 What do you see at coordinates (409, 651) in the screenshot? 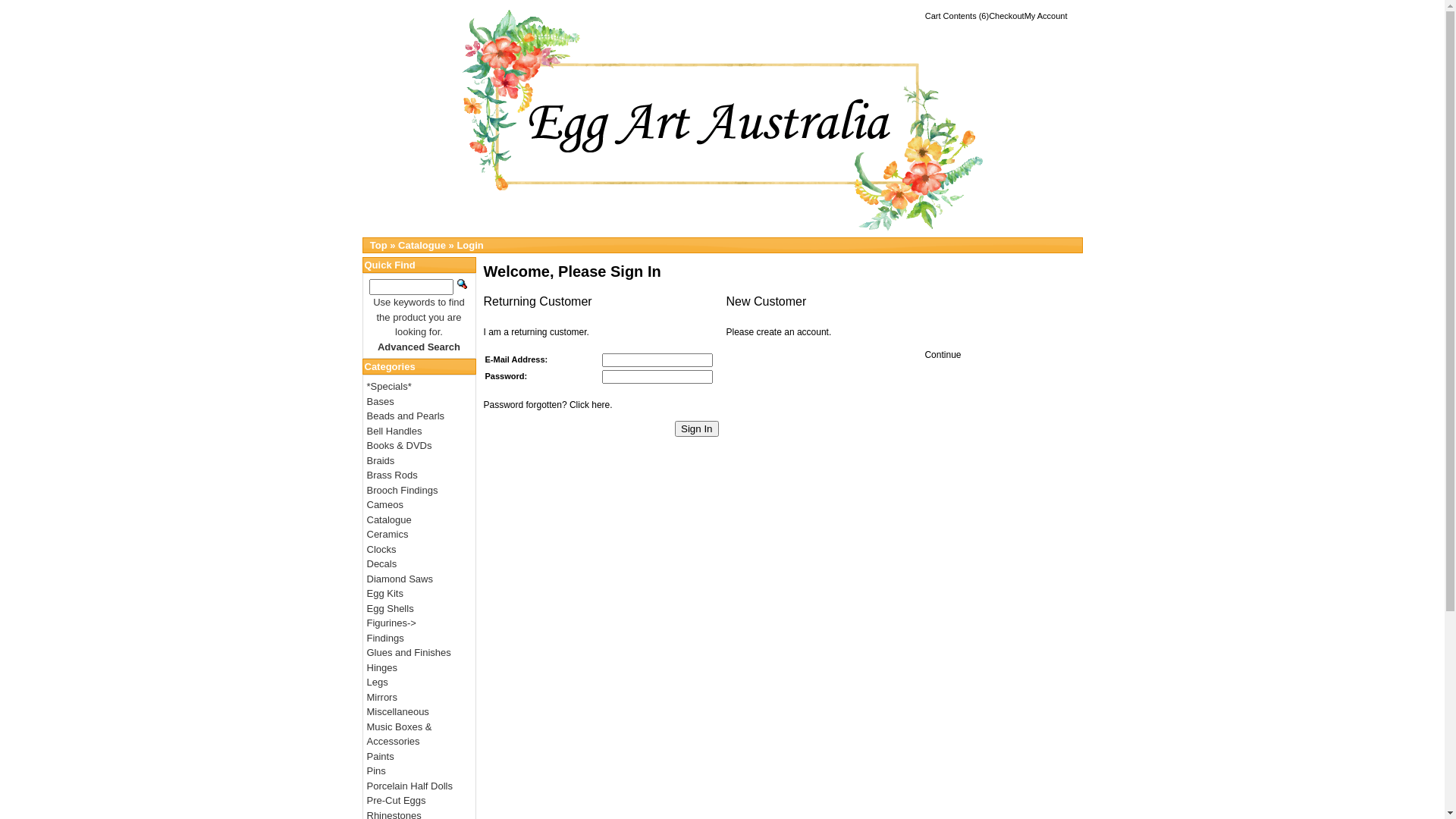
I see `'Glues and Finishes'` at bounding box center [409, 651].